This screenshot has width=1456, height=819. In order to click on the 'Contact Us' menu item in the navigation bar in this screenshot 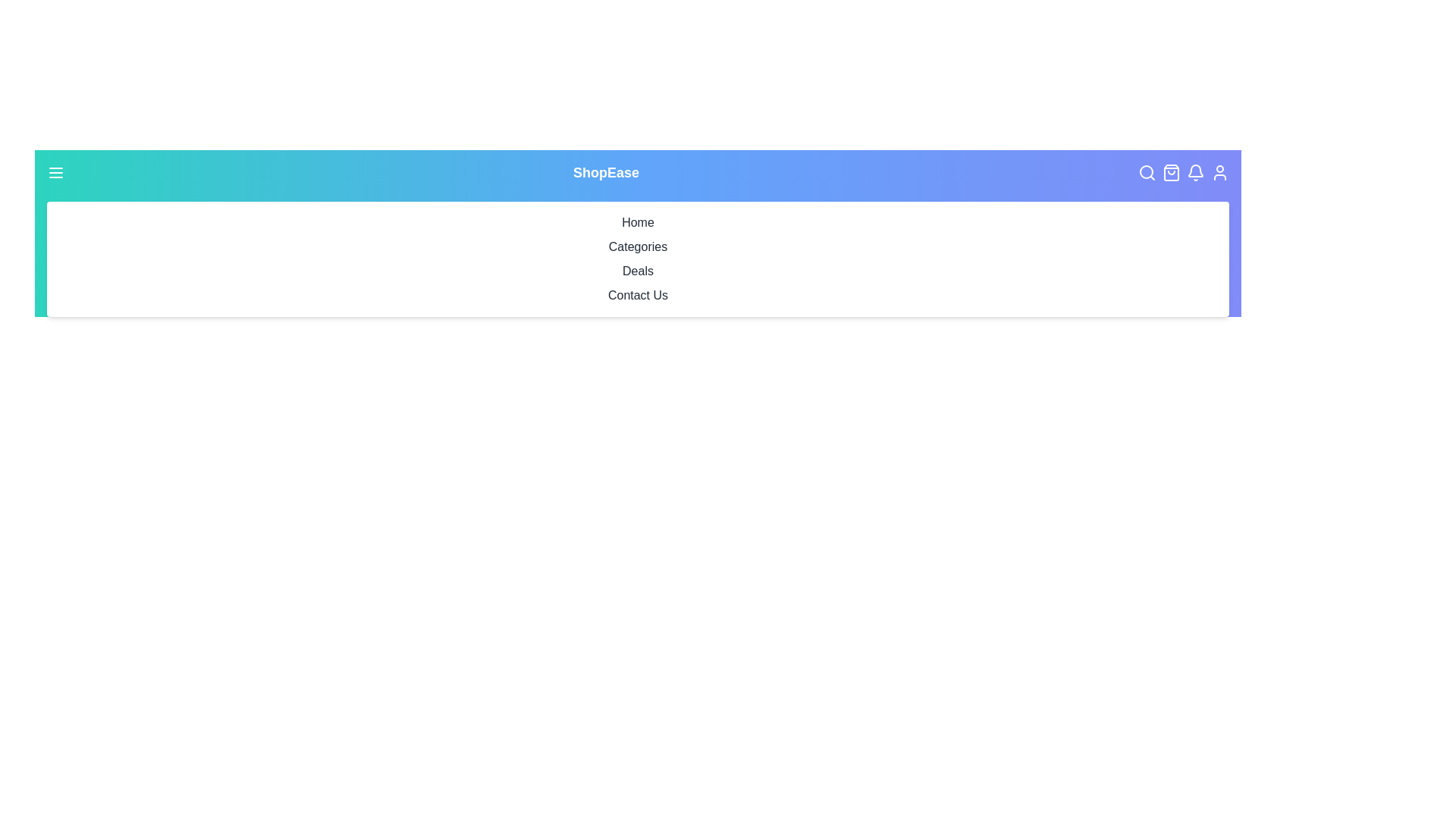, I will do `click(638, 295)`.